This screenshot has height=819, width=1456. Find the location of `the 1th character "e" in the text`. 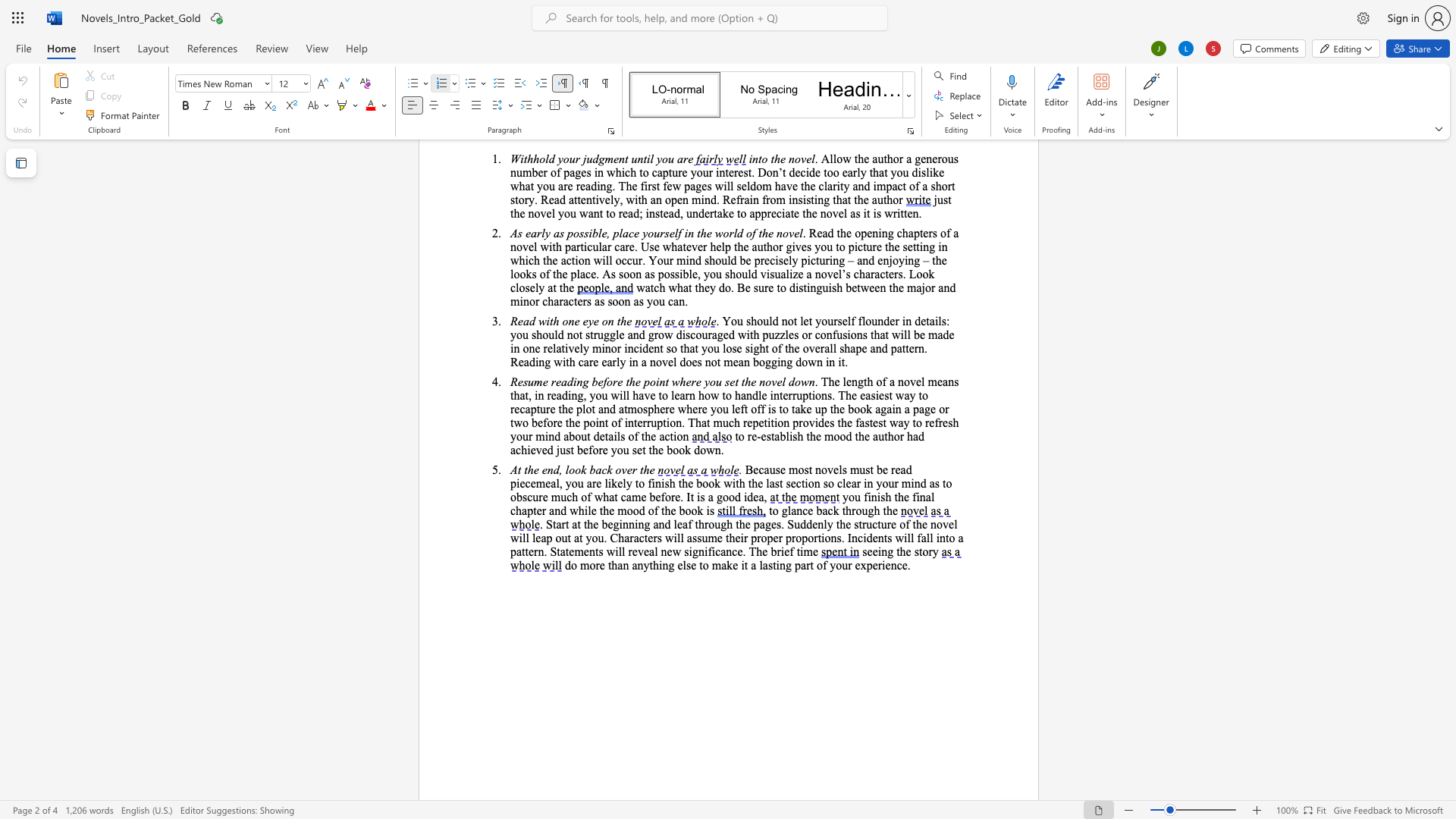

the 1th character "e" in the text is located at coordinates (849, 422).